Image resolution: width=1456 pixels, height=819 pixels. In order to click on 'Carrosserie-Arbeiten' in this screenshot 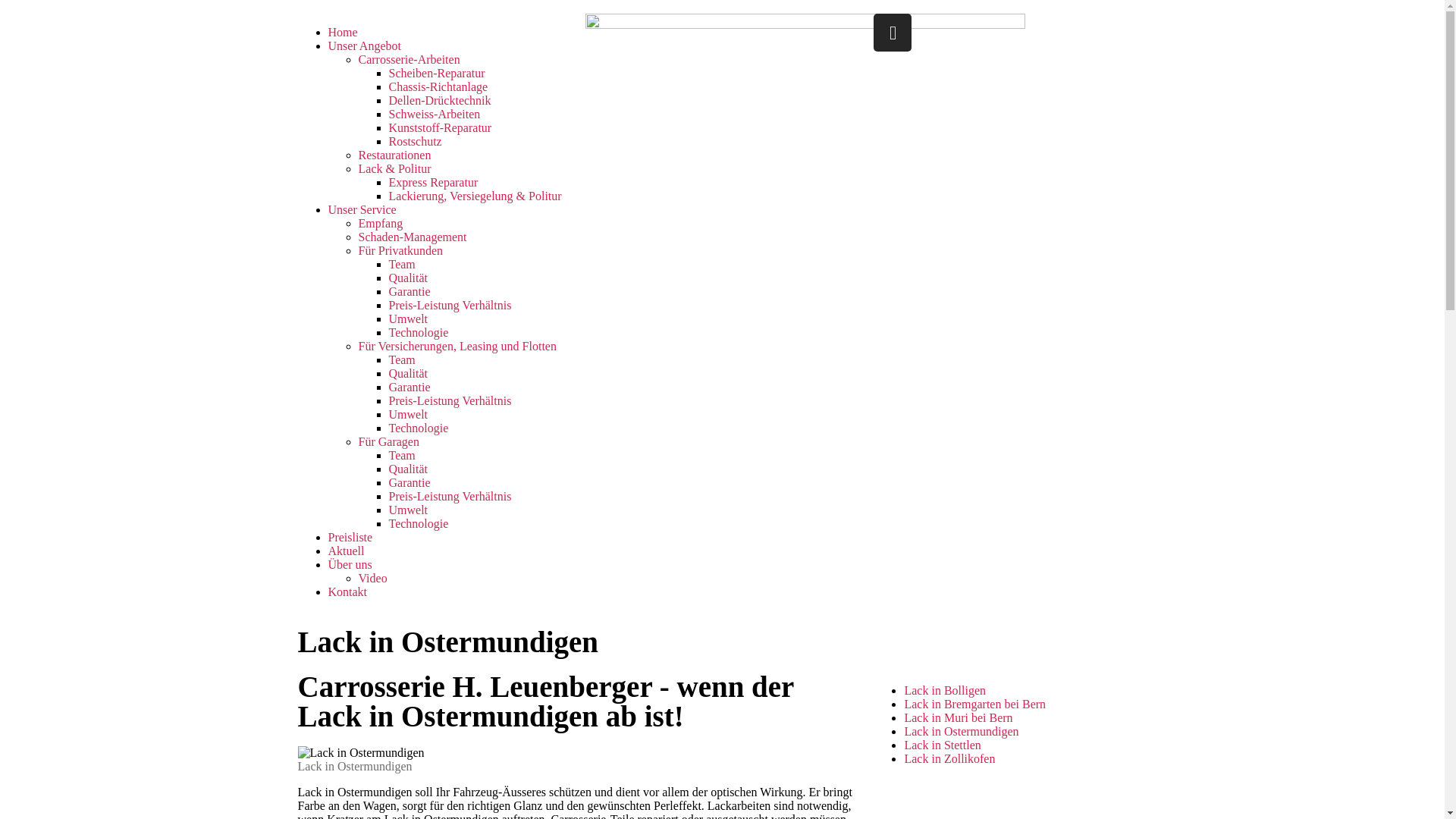, I will do `click(408, 58)`.